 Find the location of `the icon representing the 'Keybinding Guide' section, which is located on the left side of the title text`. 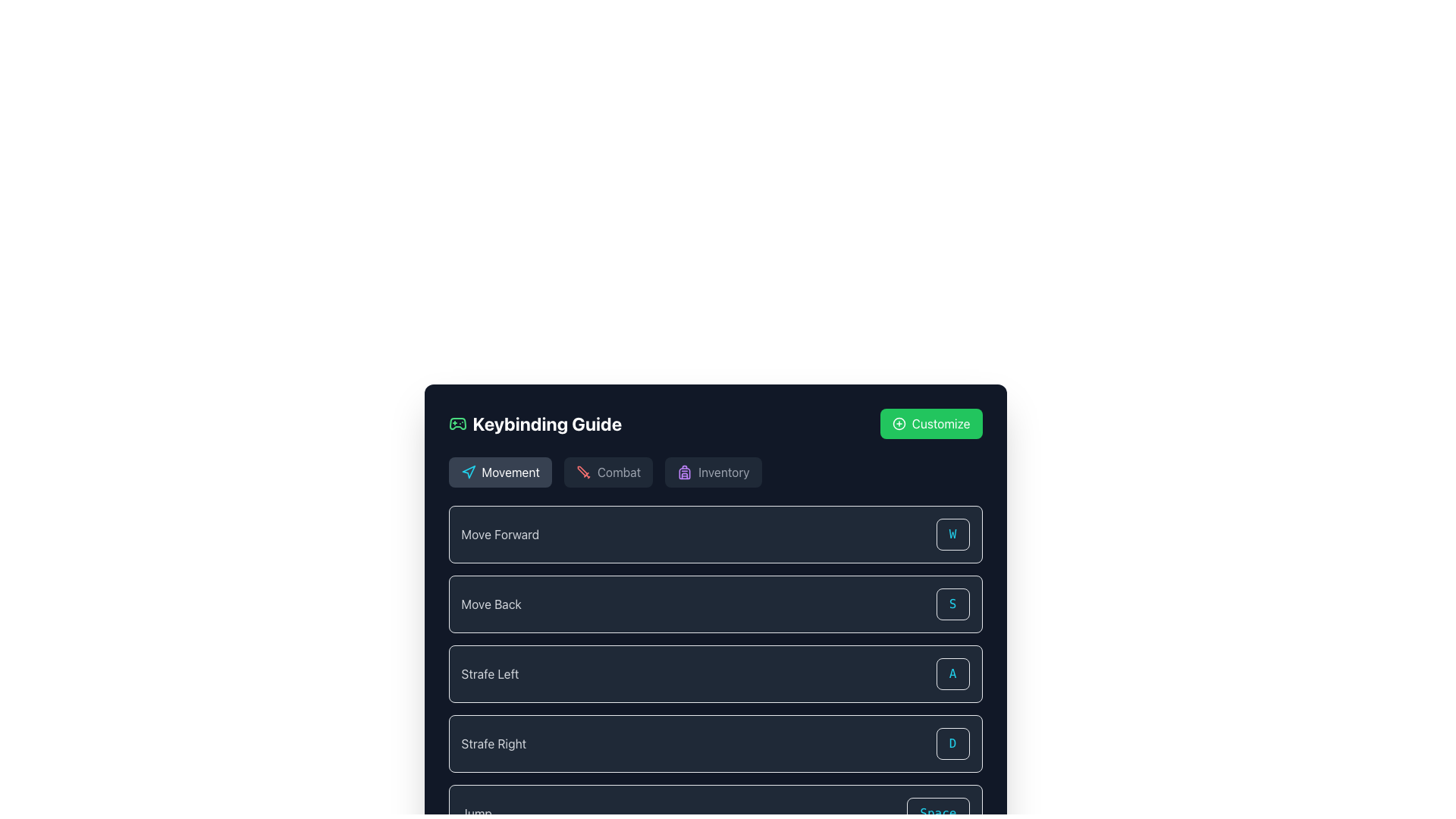

the icon representing the 'Keybinding Guide' section, which is located on the left side of the title text is located at coordinates (457, 424).